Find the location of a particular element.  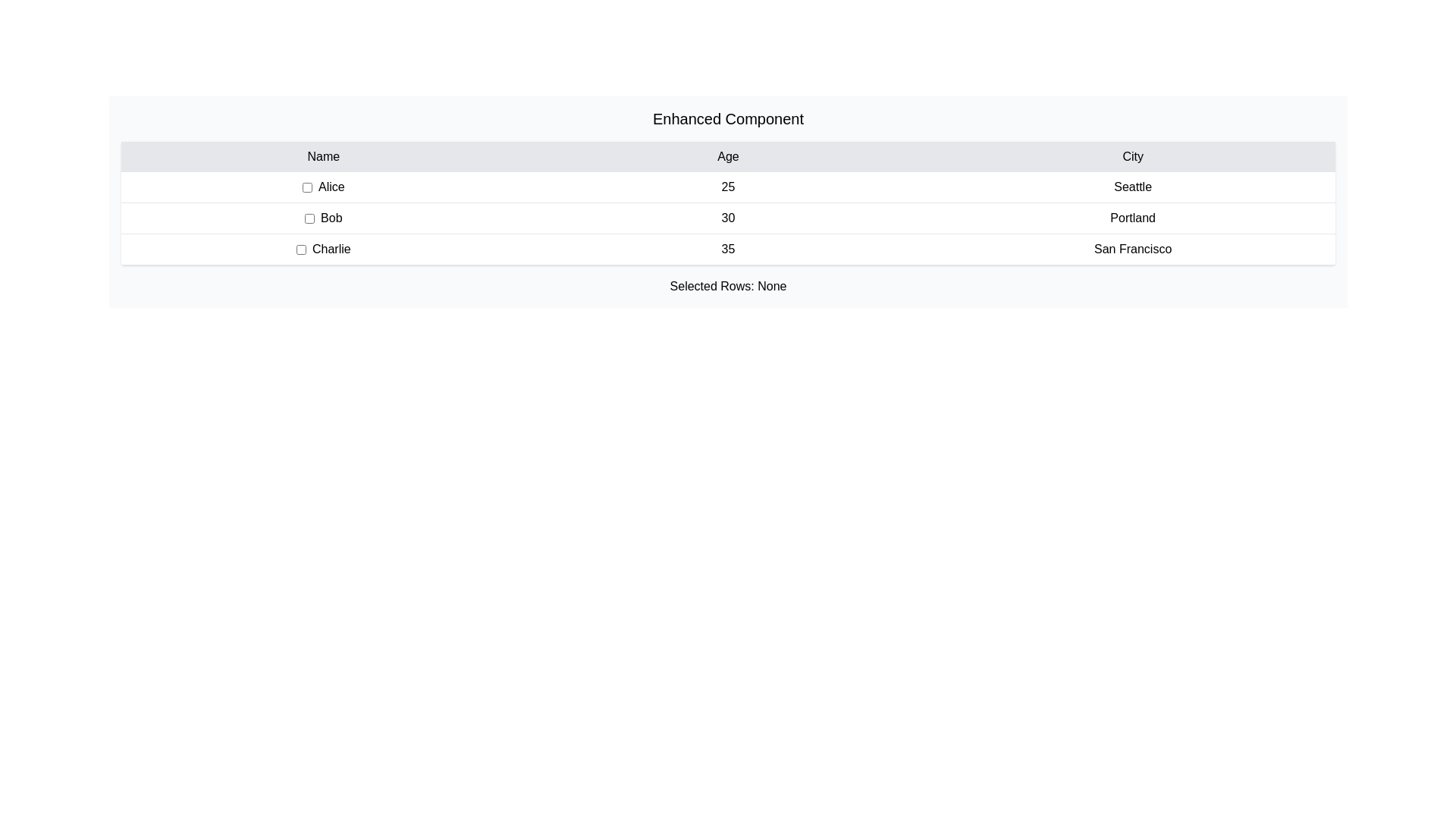

the second row of the table containing 'Bob', '30', and 'Portland' to view the context menu is located at coordinates (728, 218).